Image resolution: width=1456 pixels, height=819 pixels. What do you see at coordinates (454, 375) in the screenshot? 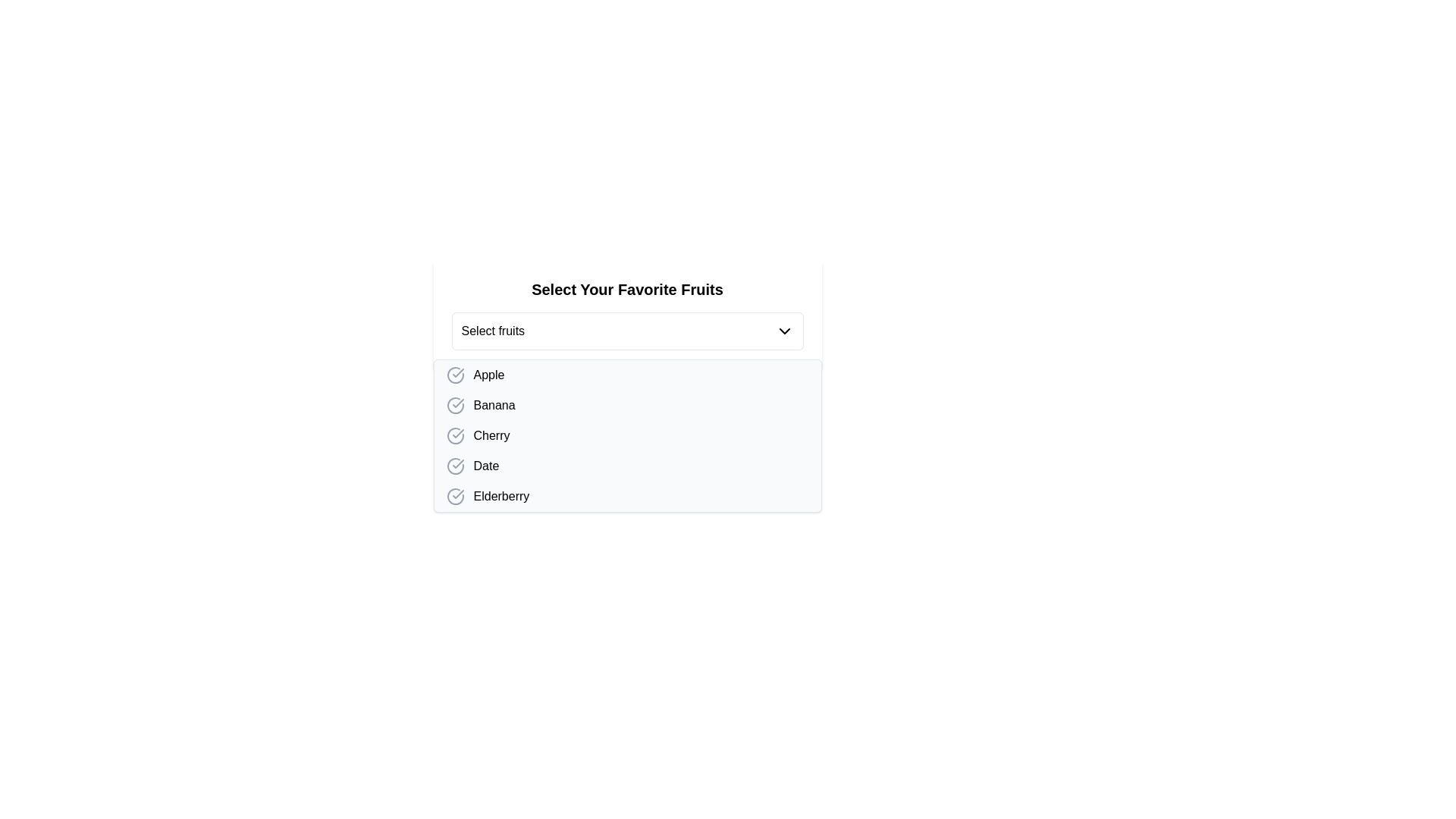
I see `the checkbox icon indicating the selection state of 'Apple'` at bounding box center [454, 375].